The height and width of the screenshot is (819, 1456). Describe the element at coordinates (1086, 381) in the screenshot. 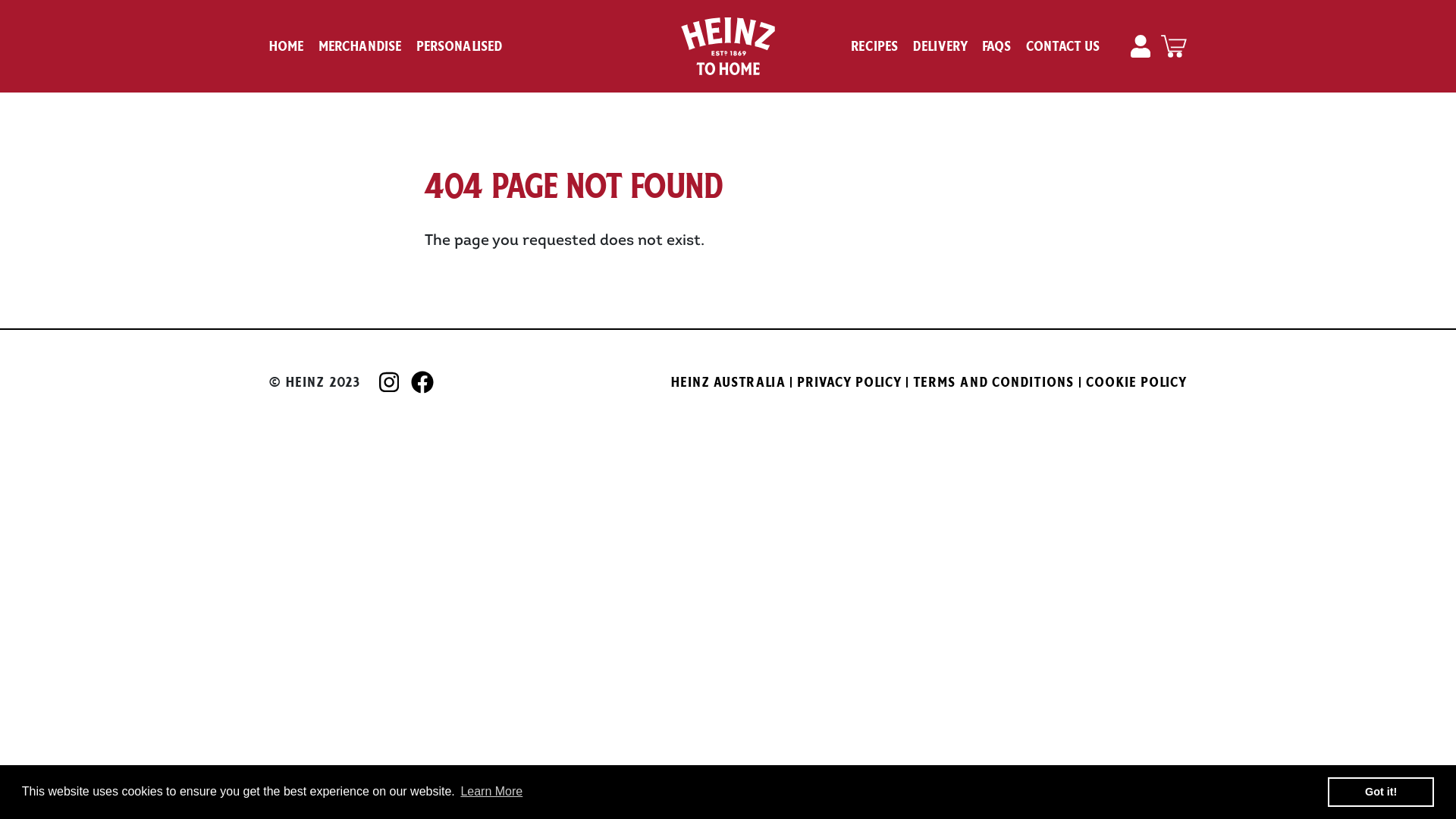

I see `'Cookie Policy'` at that location.